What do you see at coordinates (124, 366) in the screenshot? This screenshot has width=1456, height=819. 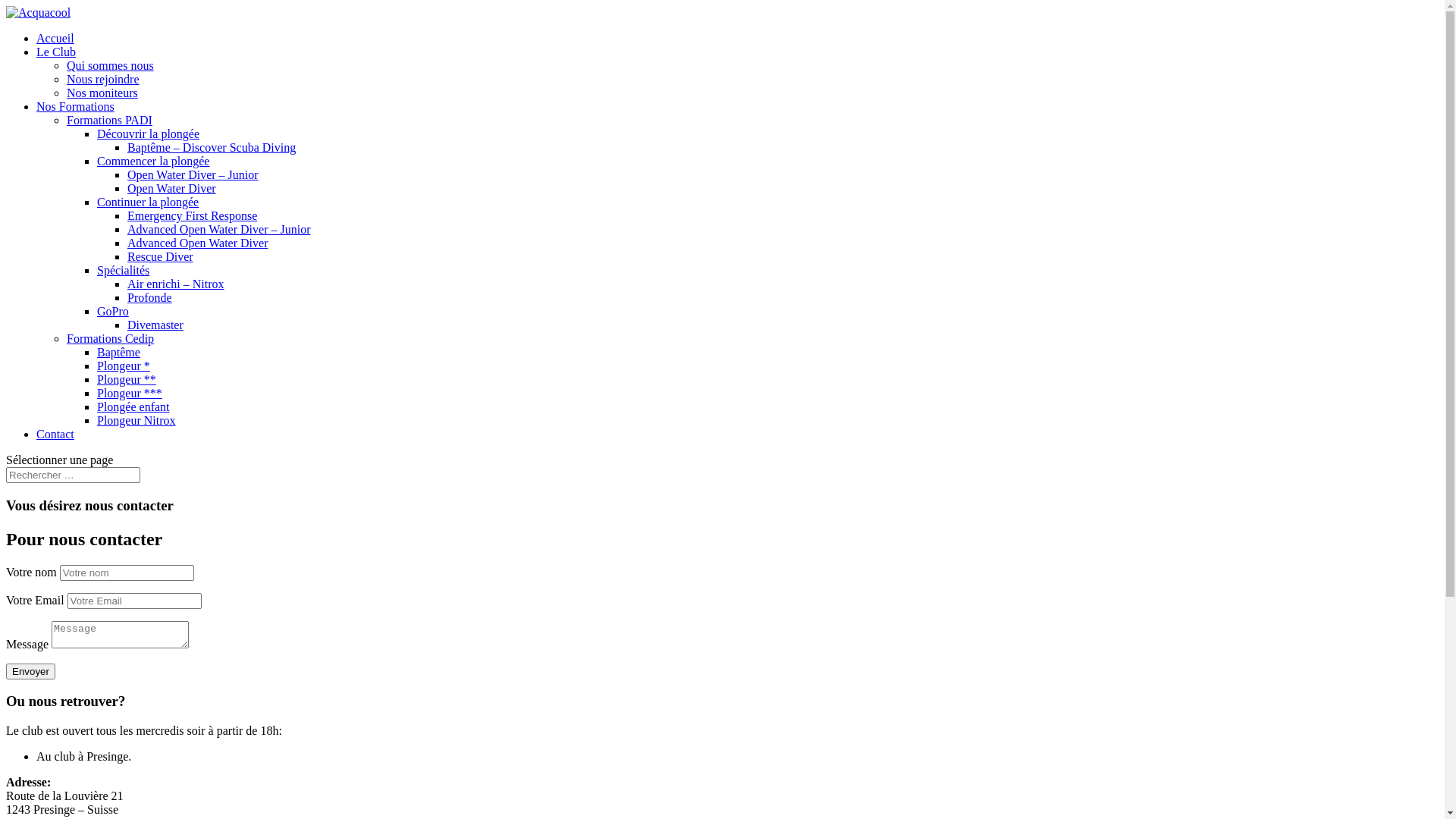 I see `'Plongeur *'` at bounding box center [124, 366].